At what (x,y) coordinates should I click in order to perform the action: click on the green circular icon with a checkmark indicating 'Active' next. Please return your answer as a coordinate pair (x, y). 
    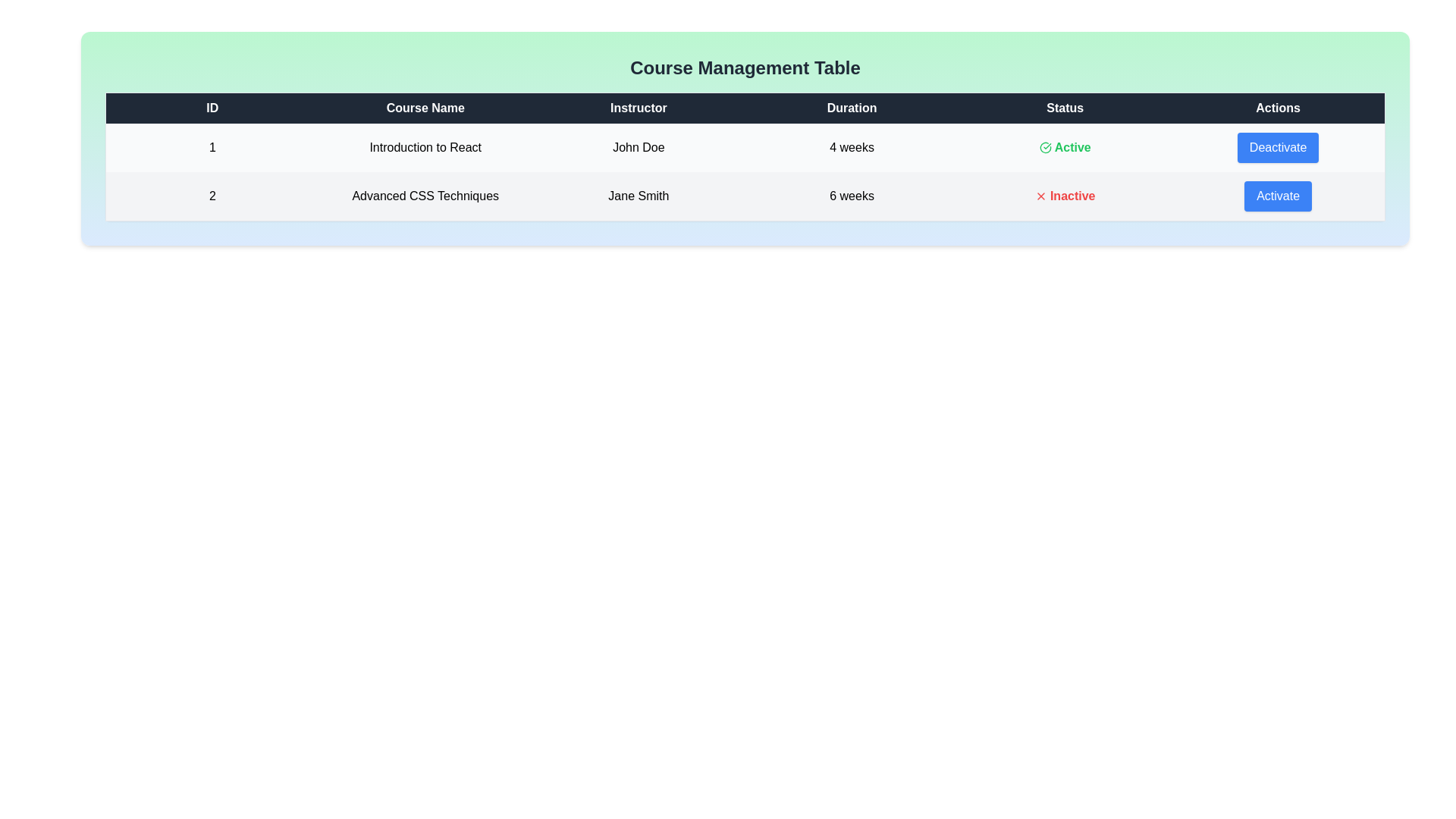
    Looking at the image, I should click on (1044, 148).